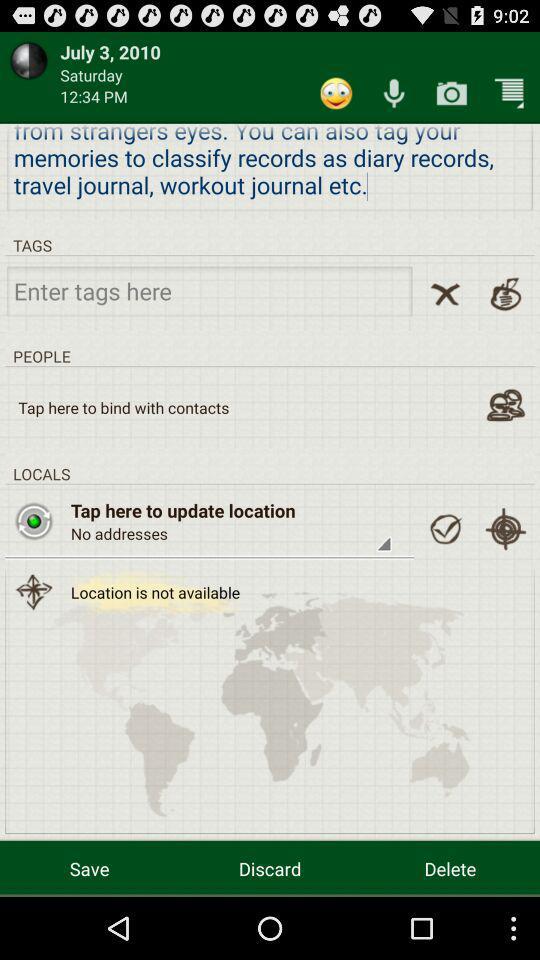 The image size is (540, 960). I want to click on clear field, so click(445, 293).